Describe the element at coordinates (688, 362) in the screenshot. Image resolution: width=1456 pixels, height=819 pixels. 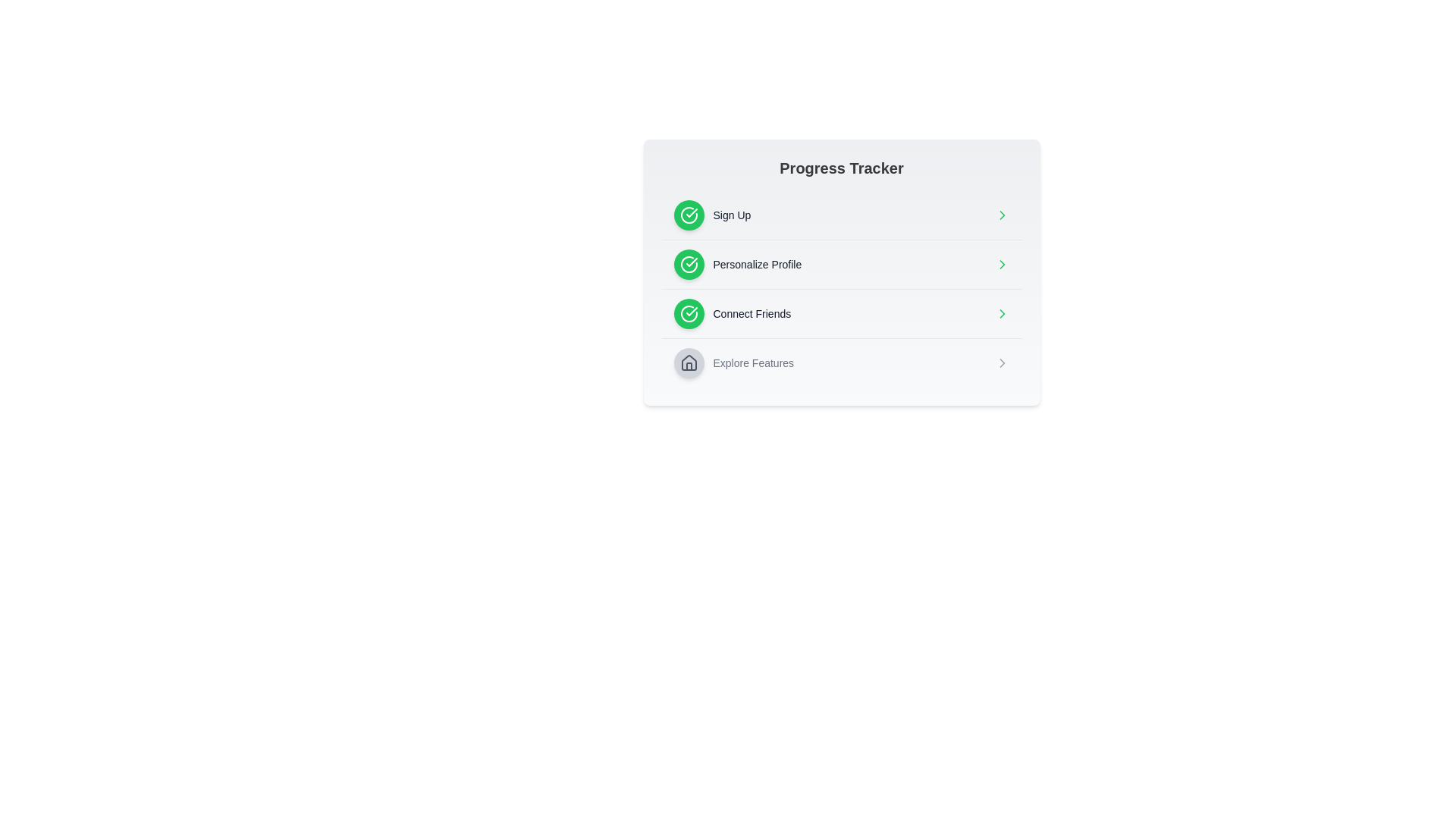
I see `the Icon Button that visually indicates the 'Explore Features' list item, located in the lower-left corner of the progress tracker interface` at that location.